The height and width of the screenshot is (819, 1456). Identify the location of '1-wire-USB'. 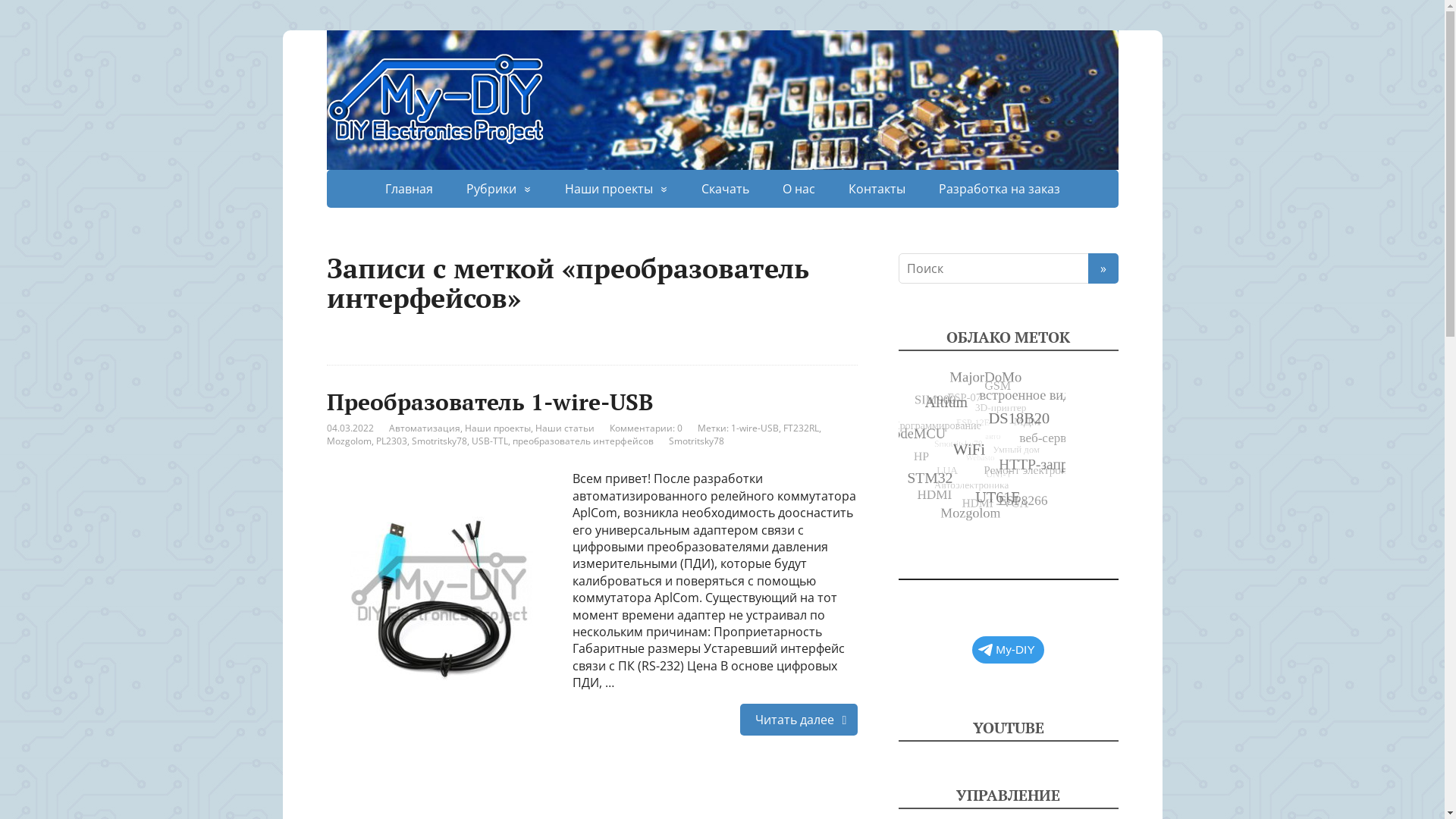
(755, 428).